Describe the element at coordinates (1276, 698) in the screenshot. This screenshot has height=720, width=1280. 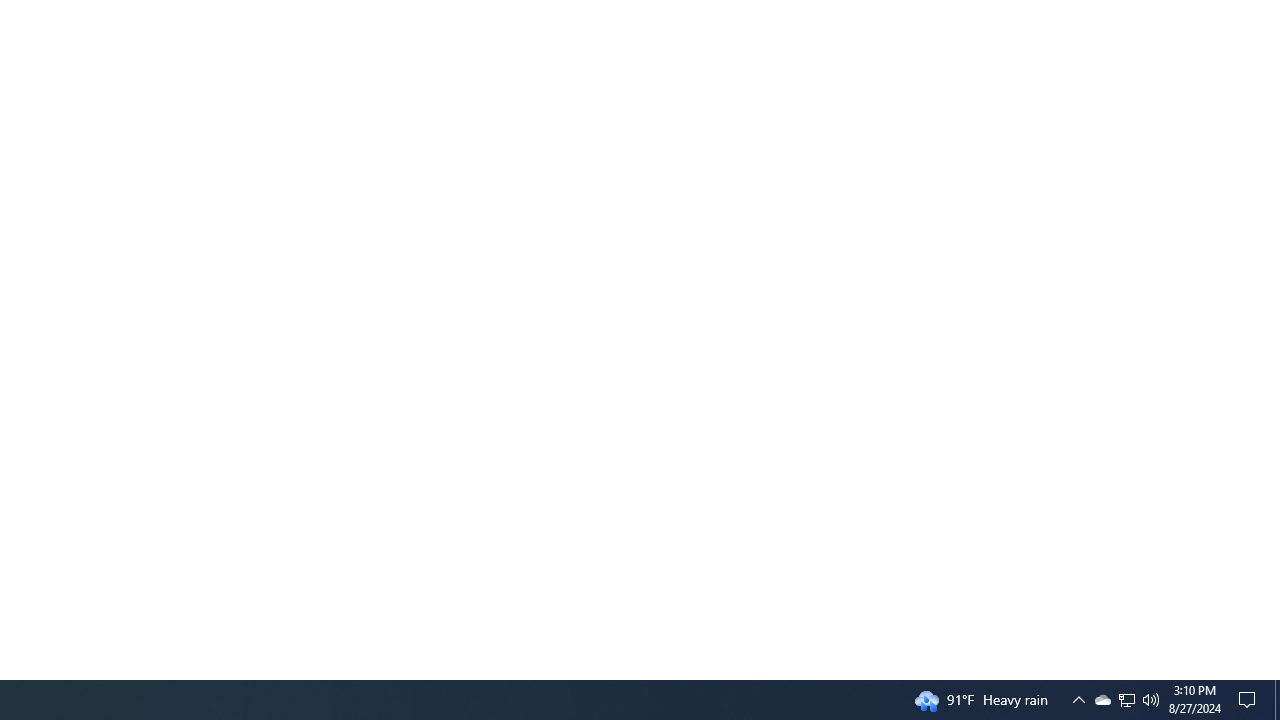
I see `'Show desktop'` at that location.